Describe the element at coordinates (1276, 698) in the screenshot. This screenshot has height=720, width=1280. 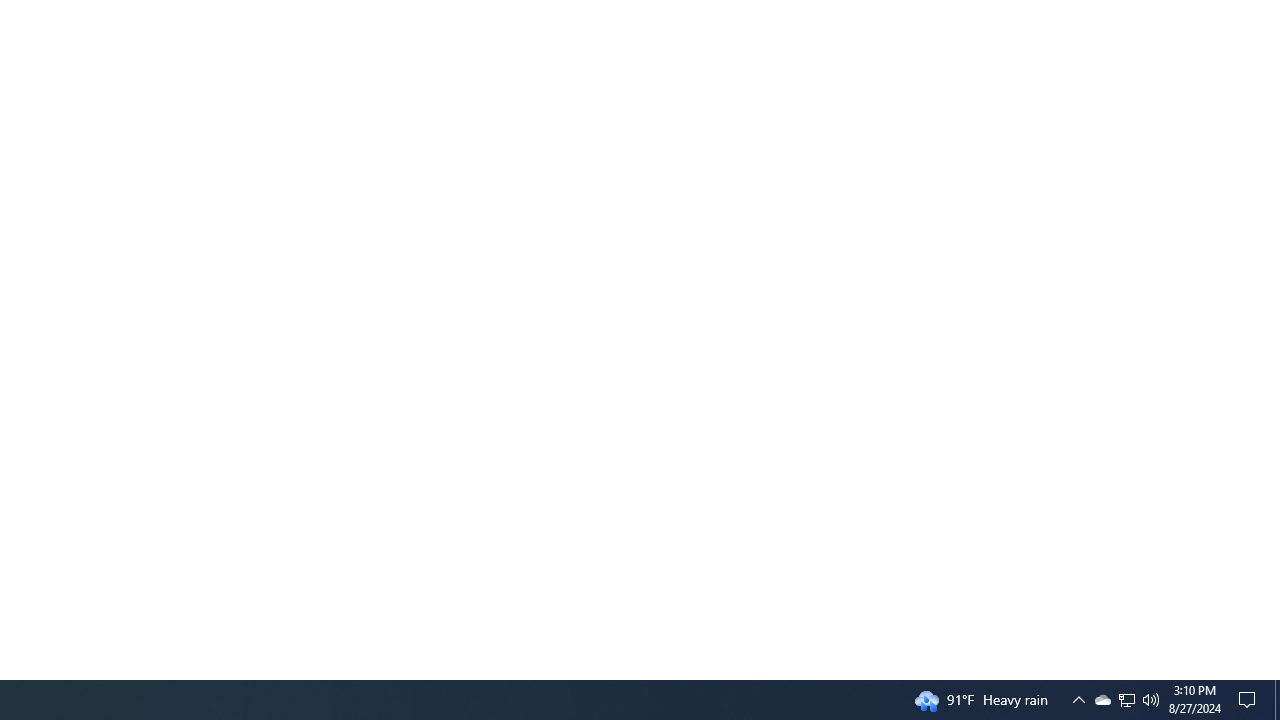
I see `'Show desktop'` at that location.